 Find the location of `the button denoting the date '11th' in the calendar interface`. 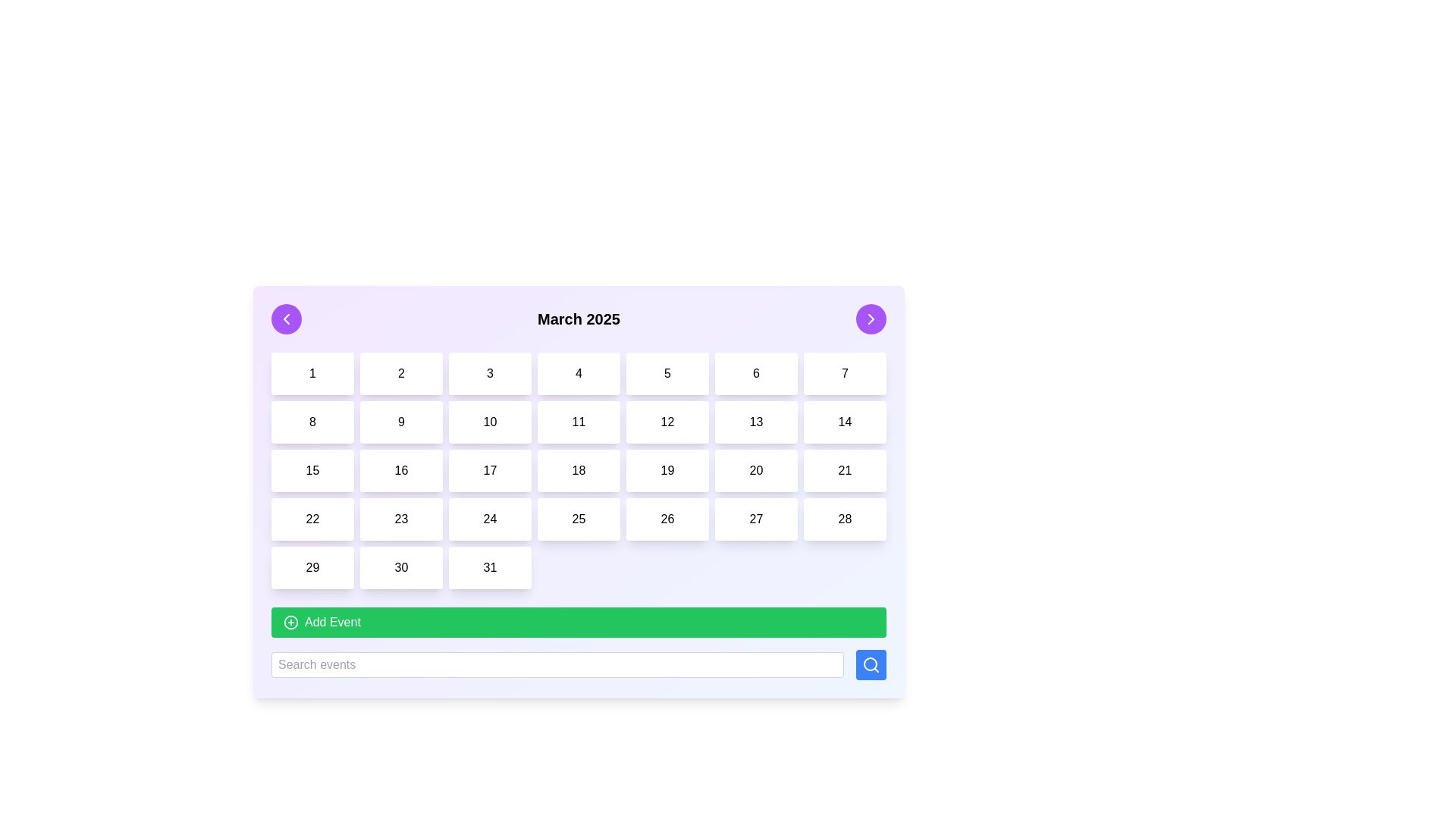

the button denoting the date '11th' in the calendar interface is located at coordinates (578, 422).